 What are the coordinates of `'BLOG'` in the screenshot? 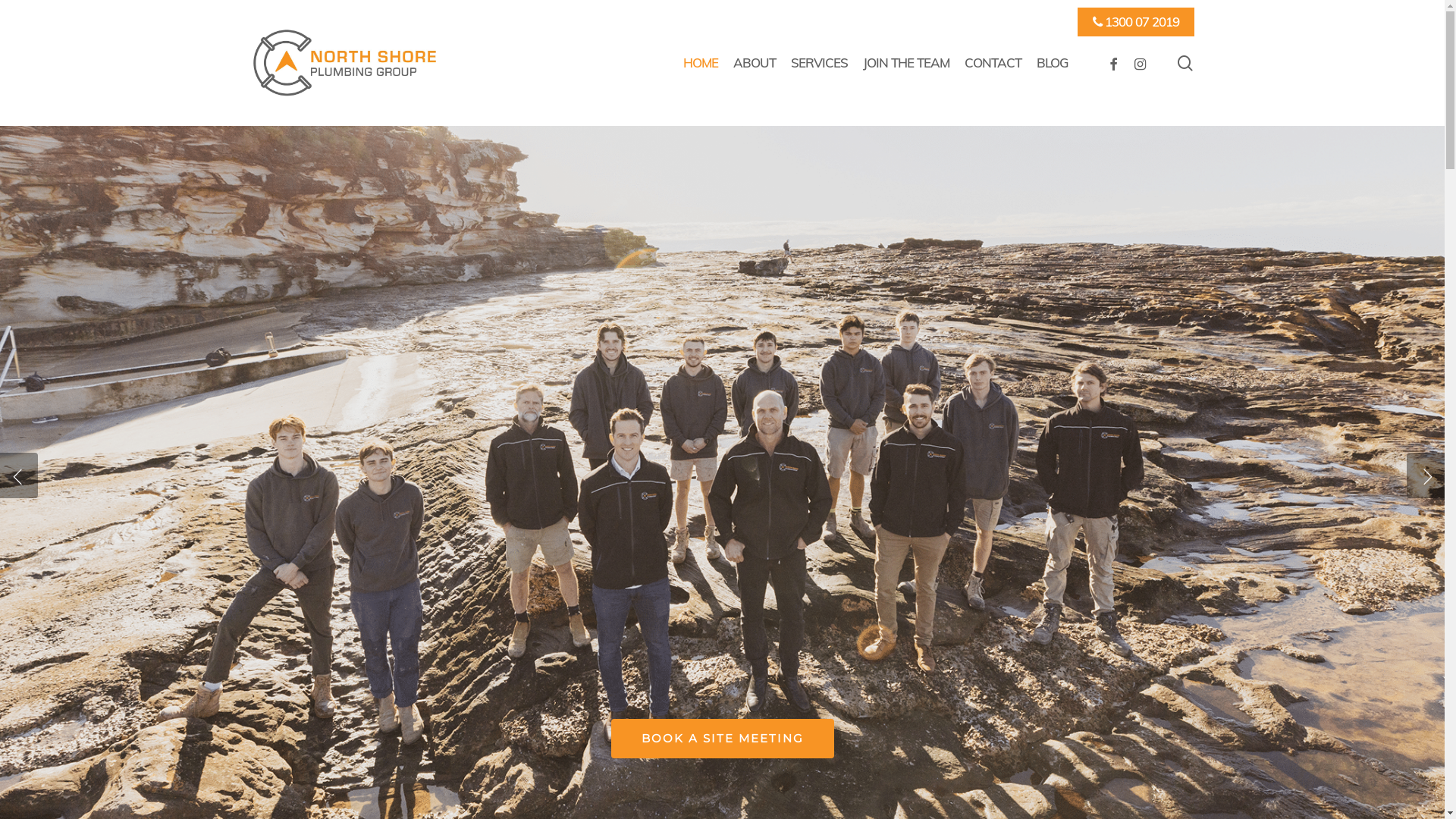 It's located at (1051, 62).